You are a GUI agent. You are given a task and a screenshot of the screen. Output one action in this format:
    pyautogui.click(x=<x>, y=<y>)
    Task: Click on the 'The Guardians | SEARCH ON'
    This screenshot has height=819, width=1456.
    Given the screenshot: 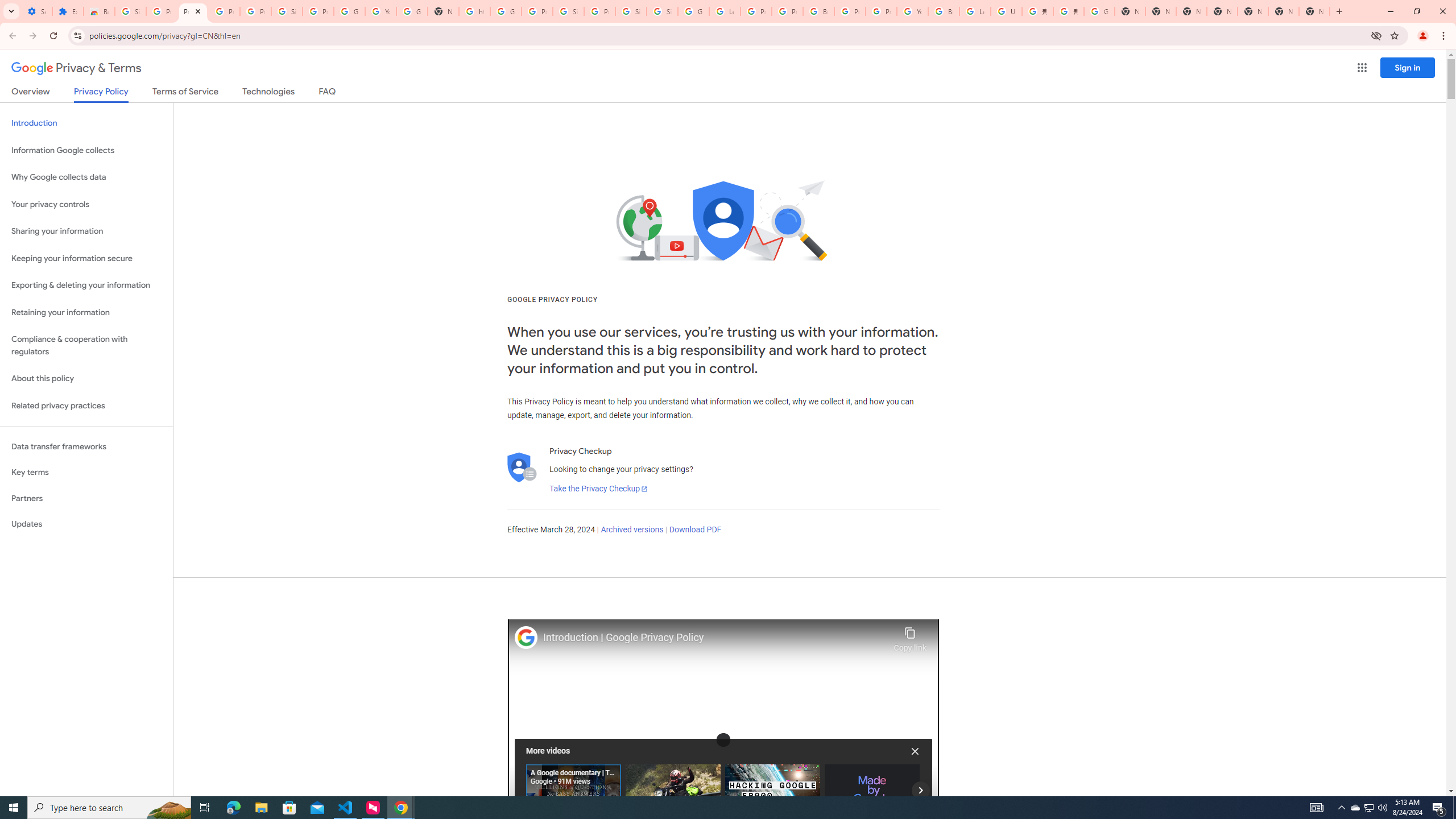 What is the action you would take?
    pyautogui.click(x=673, y=789)
    